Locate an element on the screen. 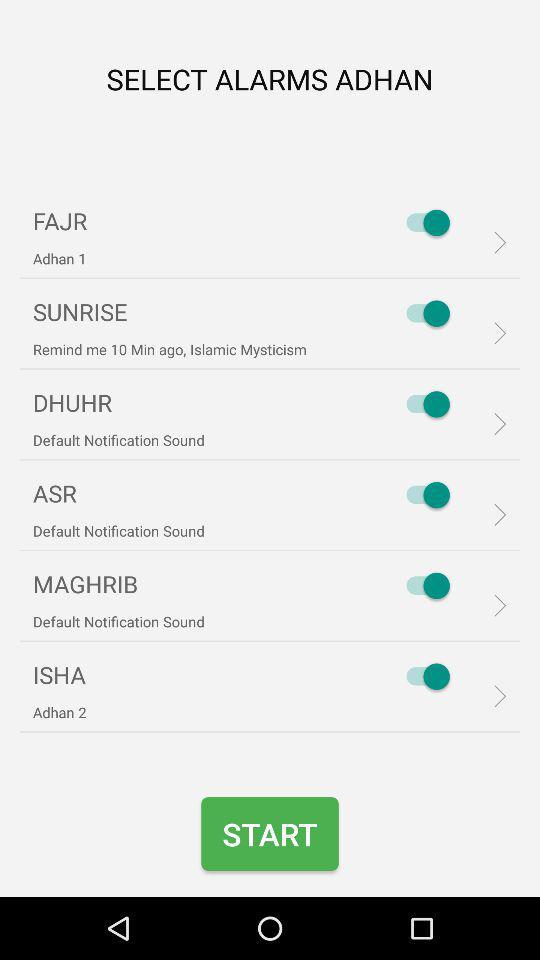 Image resolution: width=540 pixels, height=960 pixels. the third switch on the right next to the button dhuhr on the web page is located at coordinates (422, 403).